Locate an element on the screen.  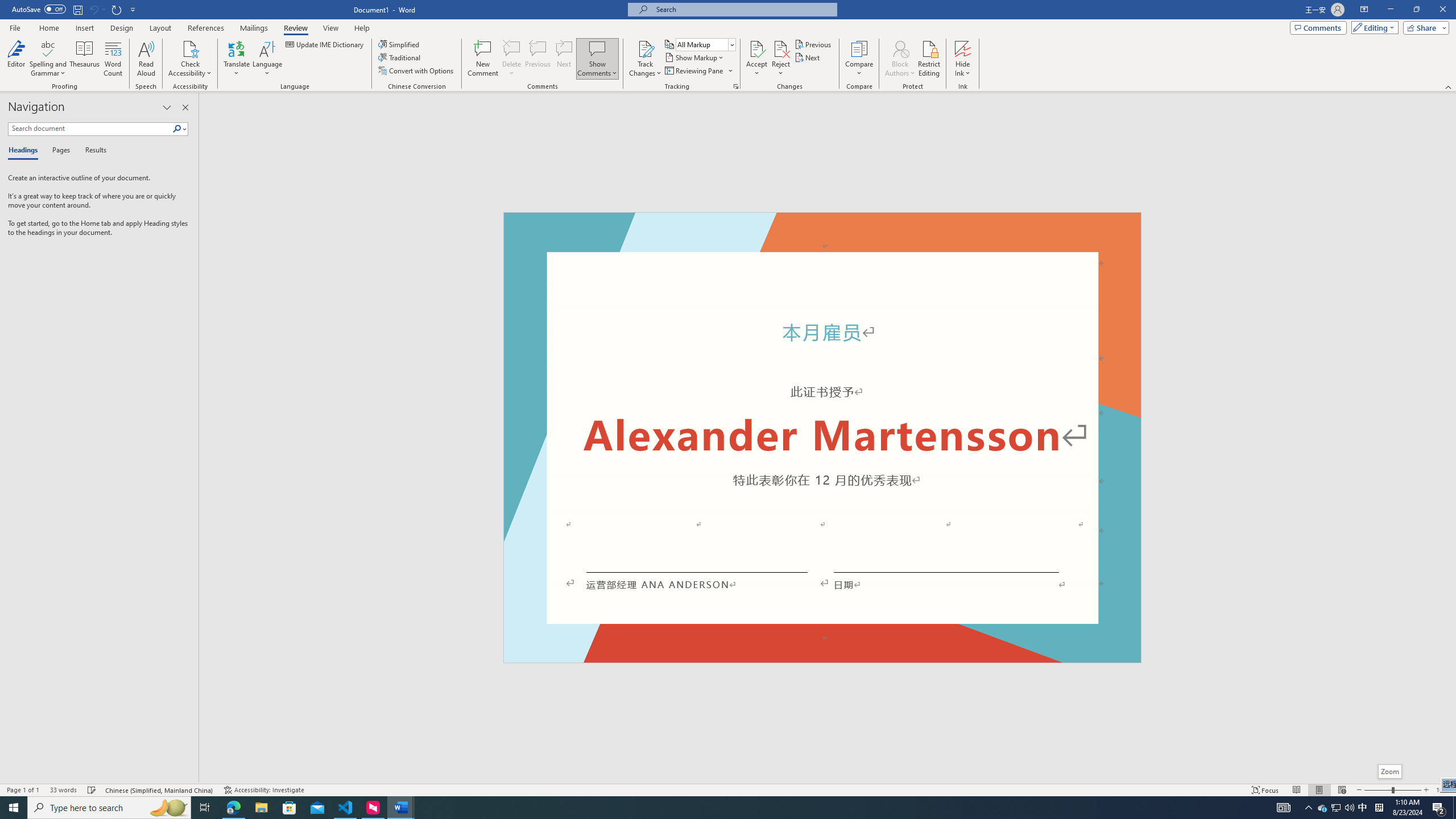
'Hide Ink' is located at coordinates (962, 48).